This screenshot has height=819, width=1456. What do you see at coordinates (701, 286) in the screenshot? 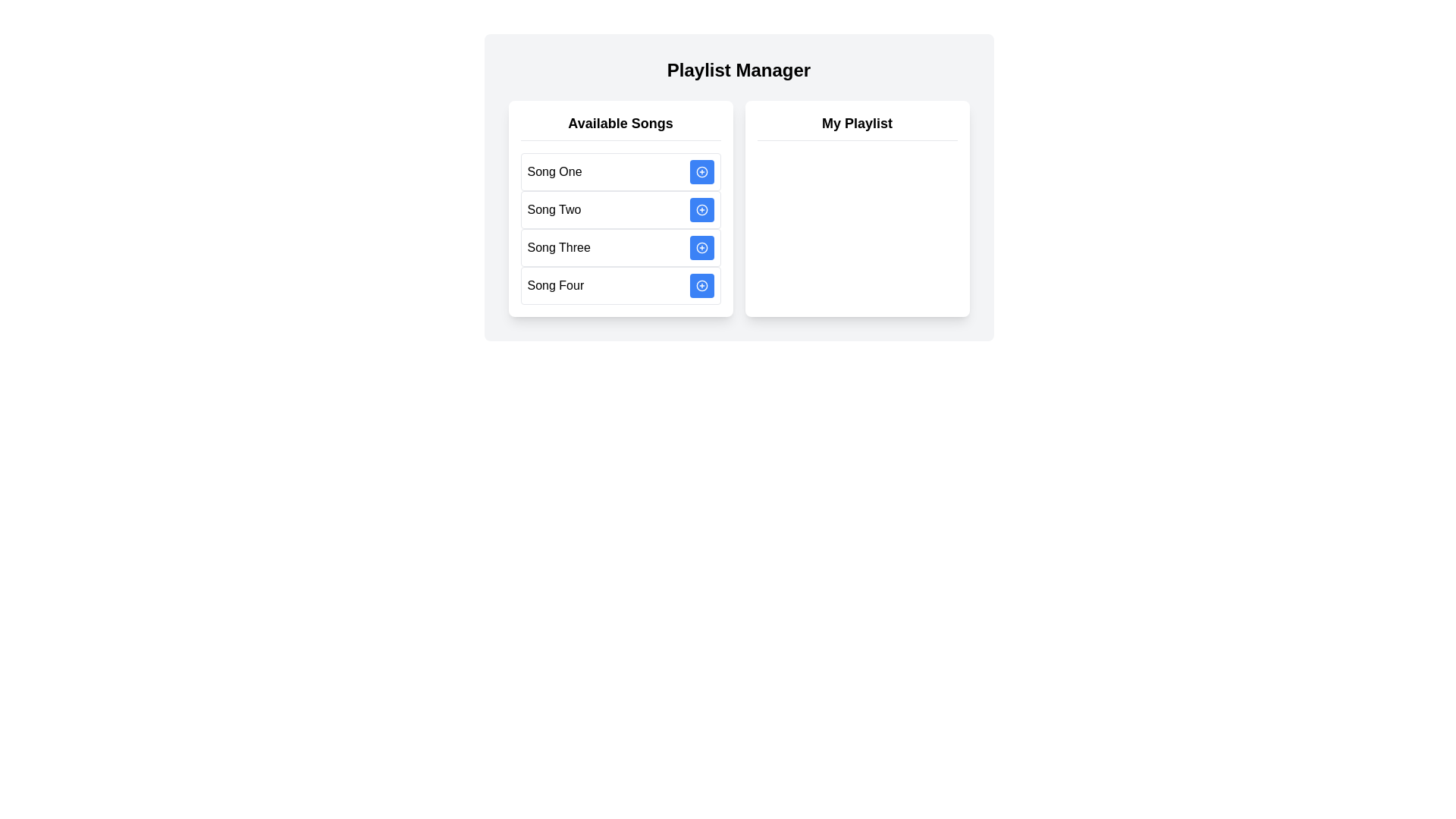
I see `'Add' button next to the song titled Song Four to add it to the playlist` at bounding box center [701, 286].